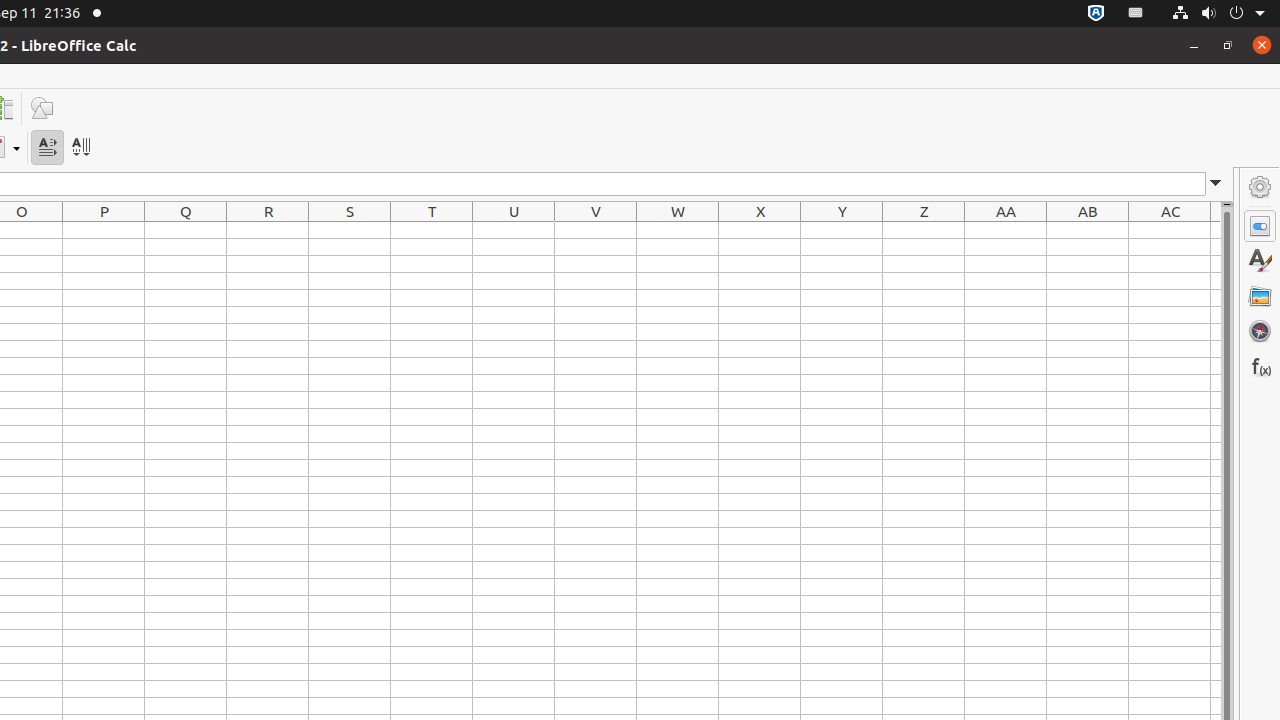 This screenshot has width=1280, height=720. I want to click on 'AA1', so click(1005, 229).